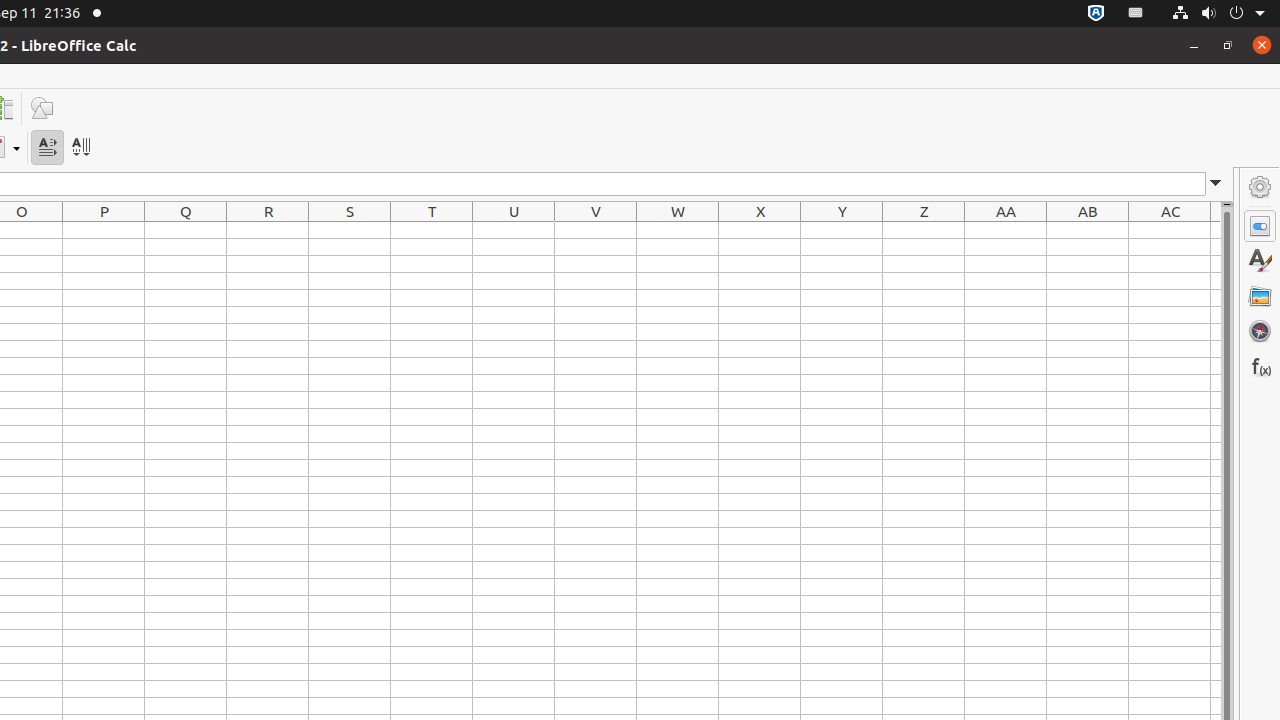 This screenshot has width=1280, height=720. I want to click on 'AA1', so click(1005, 229).